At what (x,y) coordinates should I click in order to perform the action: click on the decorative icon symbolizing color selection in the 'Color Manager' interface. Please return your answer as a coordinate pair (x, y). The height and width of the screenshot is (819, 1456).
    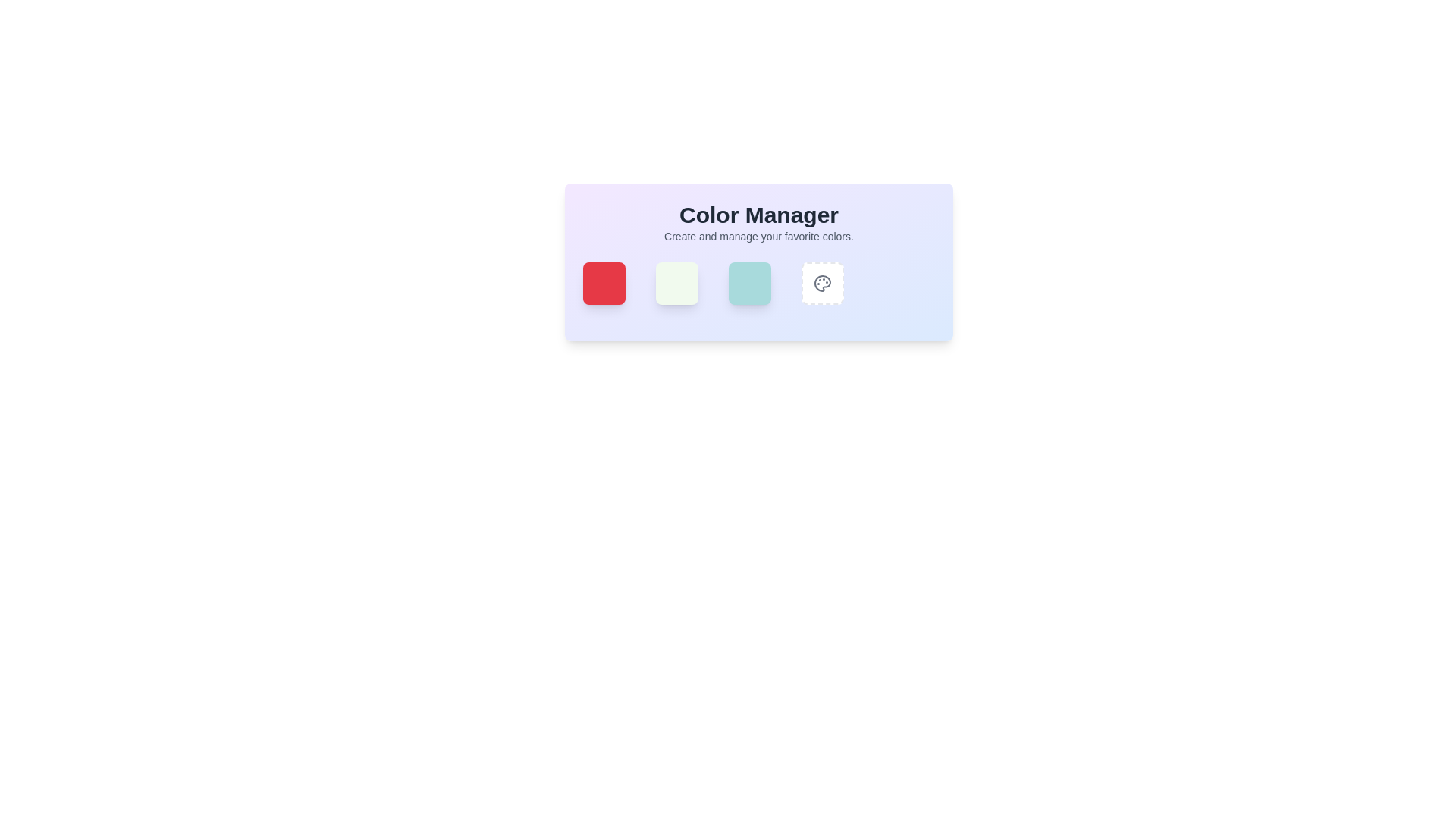
    Looking at the image, I should click on (821, 284).